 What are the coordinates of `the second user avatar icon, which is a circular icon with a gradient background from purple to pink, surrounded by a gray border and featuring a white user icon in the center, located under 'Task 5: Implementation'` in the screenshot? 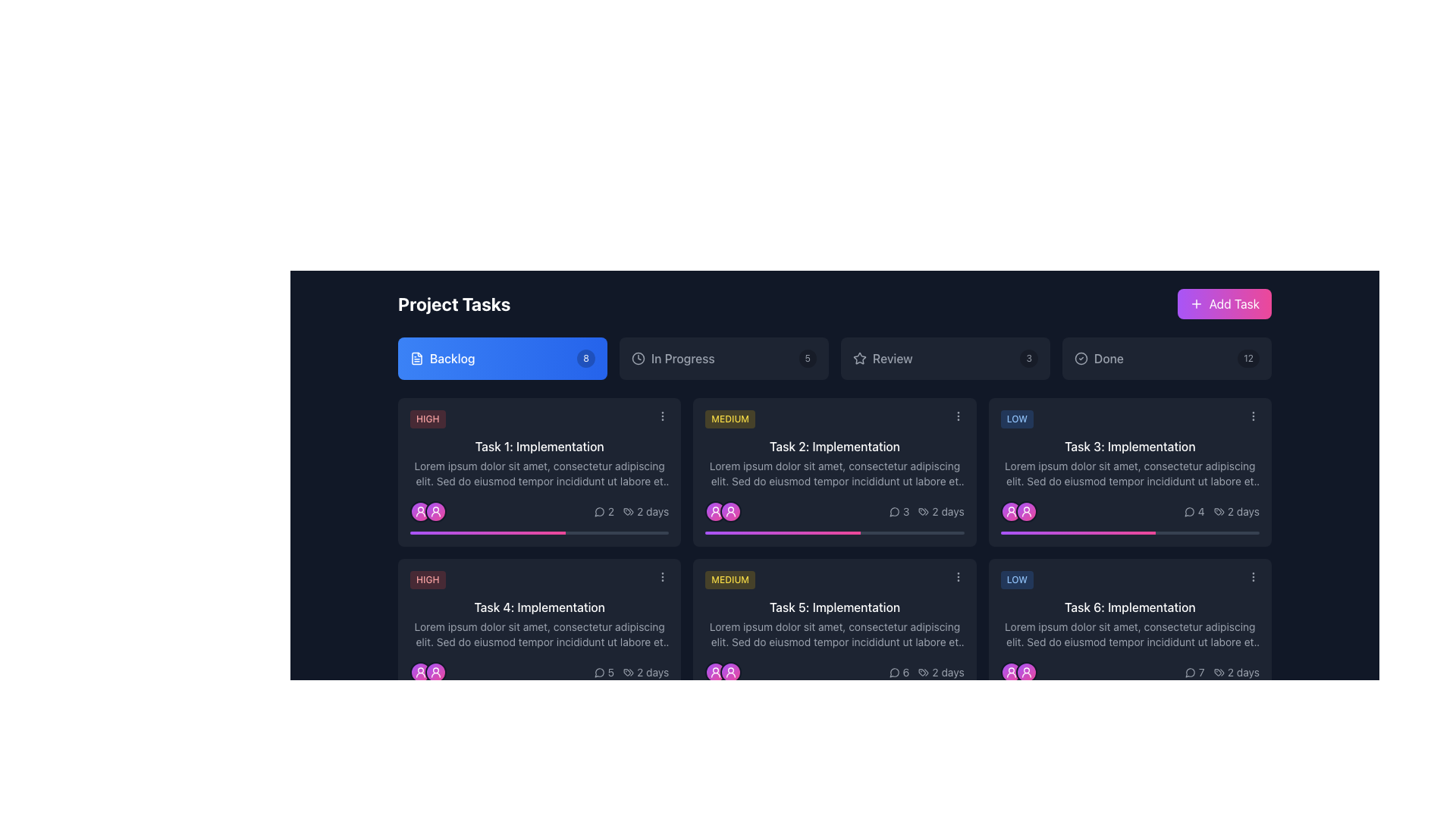 It's located at (731, 672).